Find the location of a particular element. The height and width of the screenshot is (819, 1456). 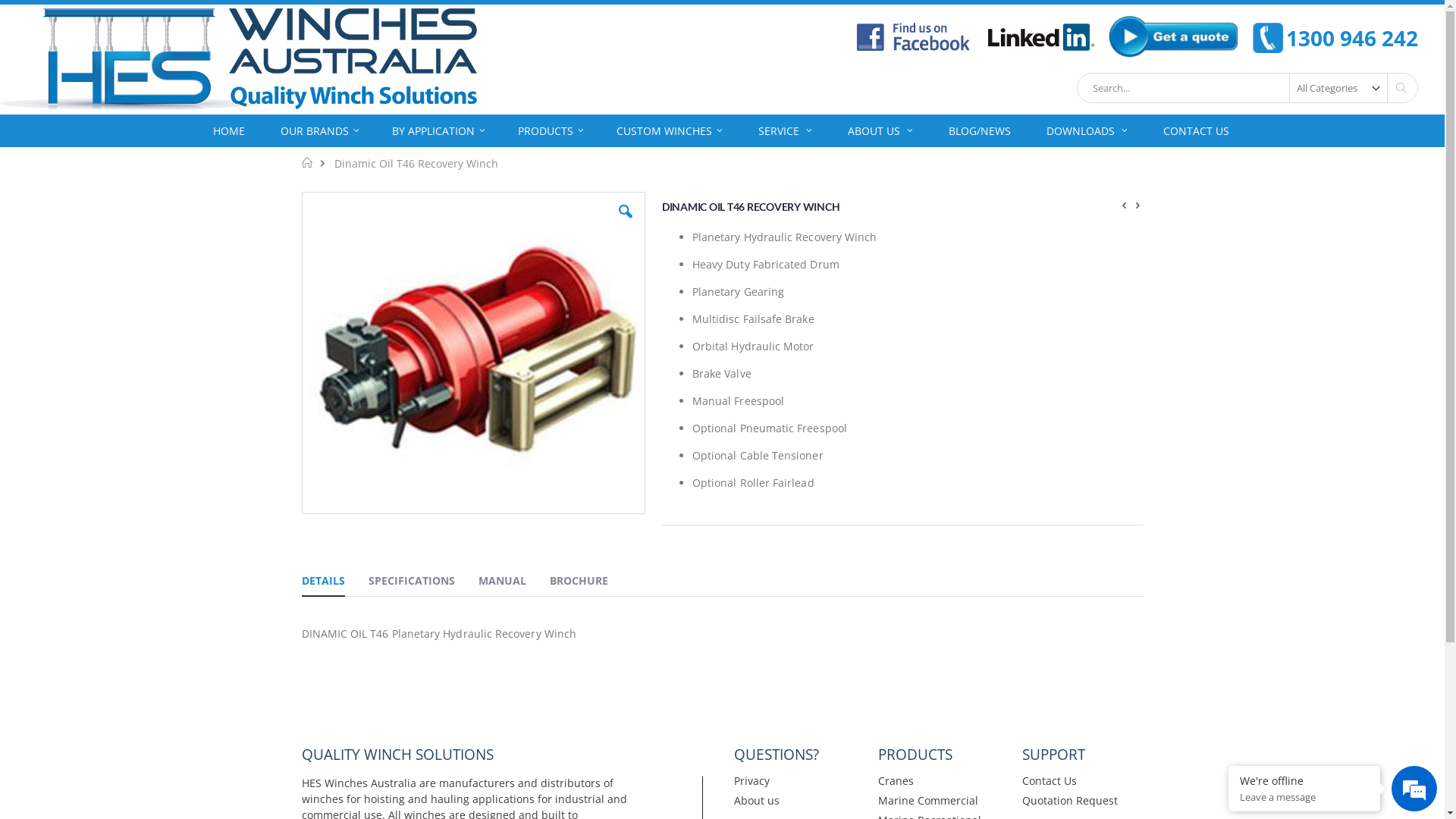

'BY APPLICATION' is located at coordinates (438, 130).